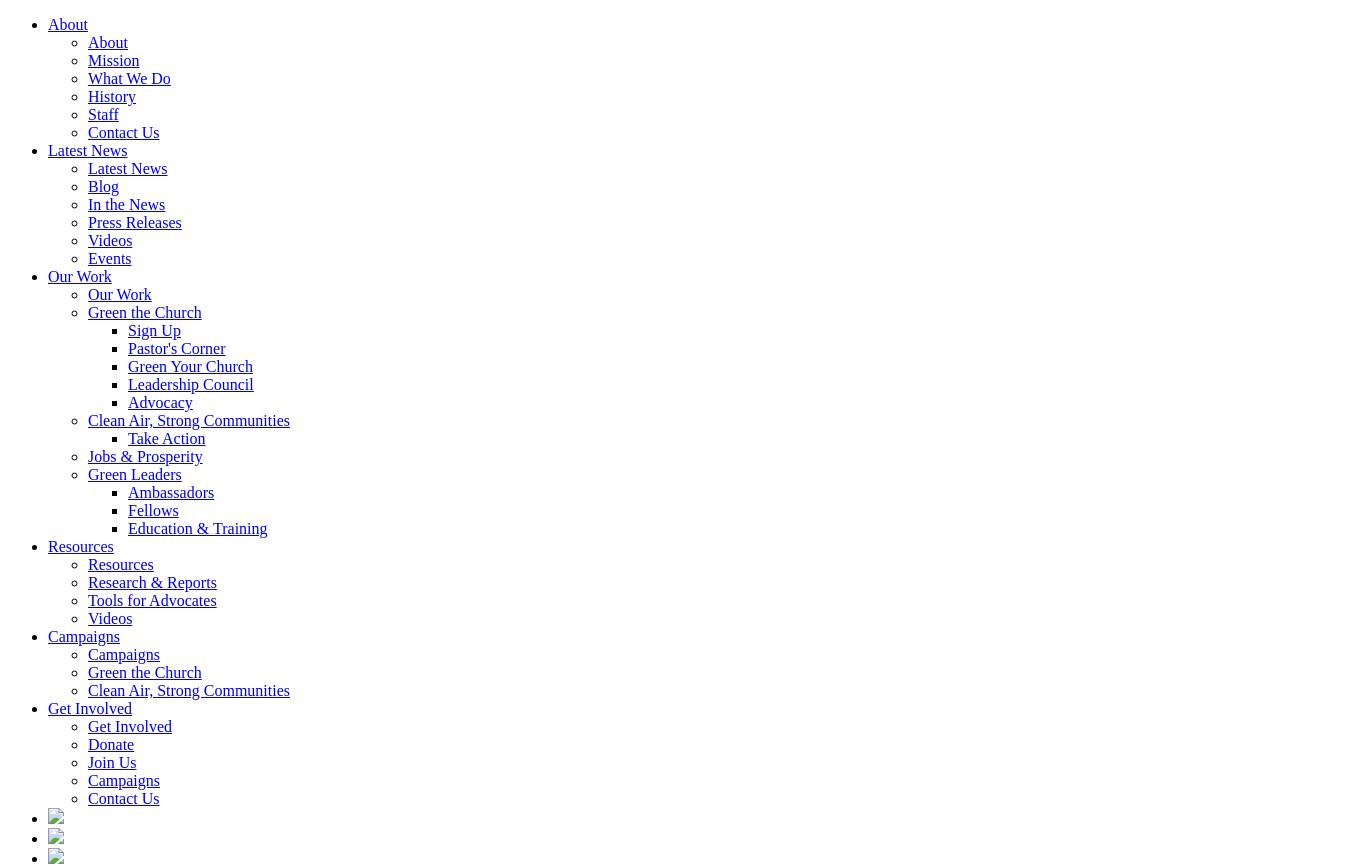 The width and height of the screenshot is (1366, 866). I want to click on 'Fellows', so click(151, 510).